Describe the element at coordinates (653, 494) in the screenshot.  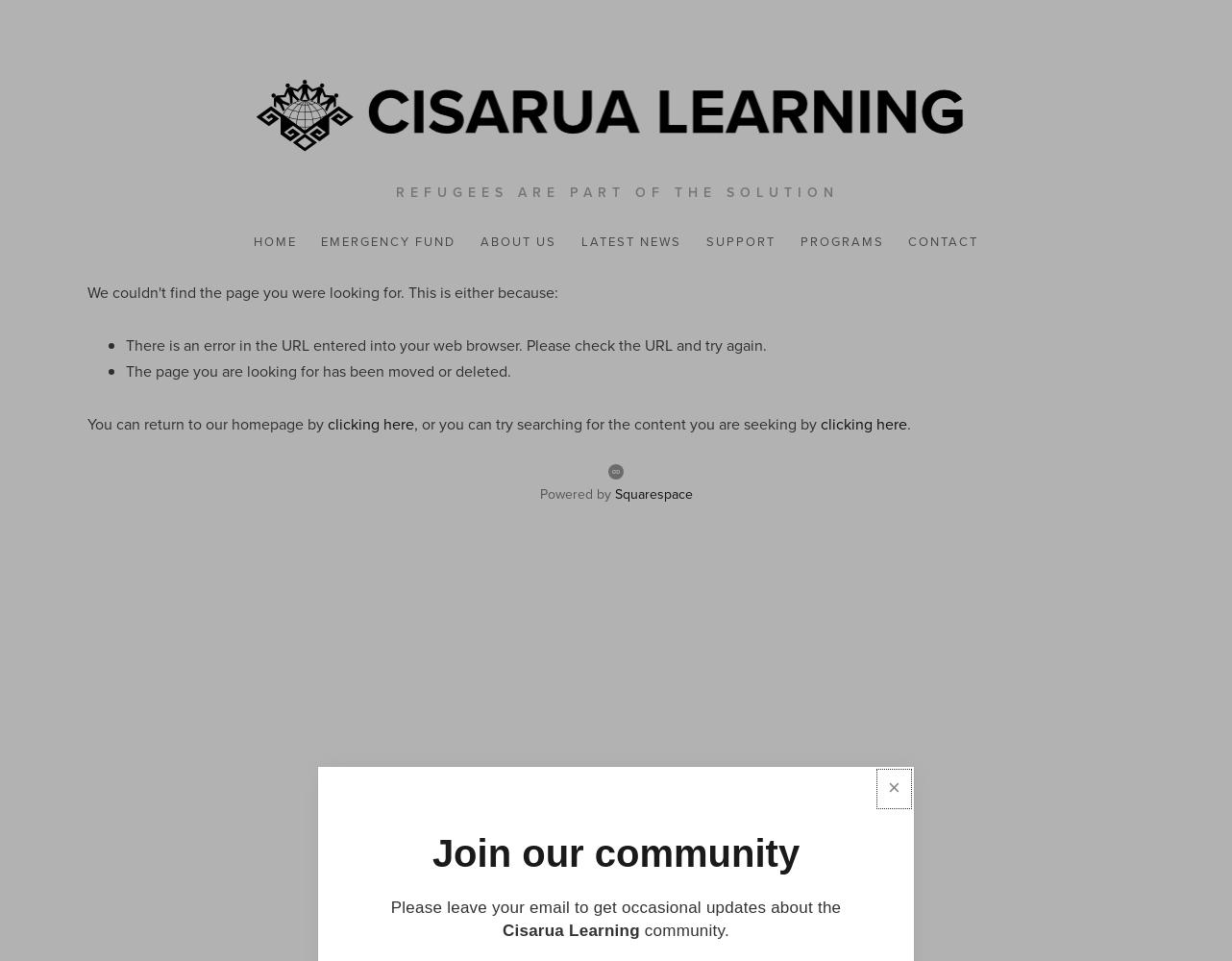
I see `'Squarespace'` at that location.